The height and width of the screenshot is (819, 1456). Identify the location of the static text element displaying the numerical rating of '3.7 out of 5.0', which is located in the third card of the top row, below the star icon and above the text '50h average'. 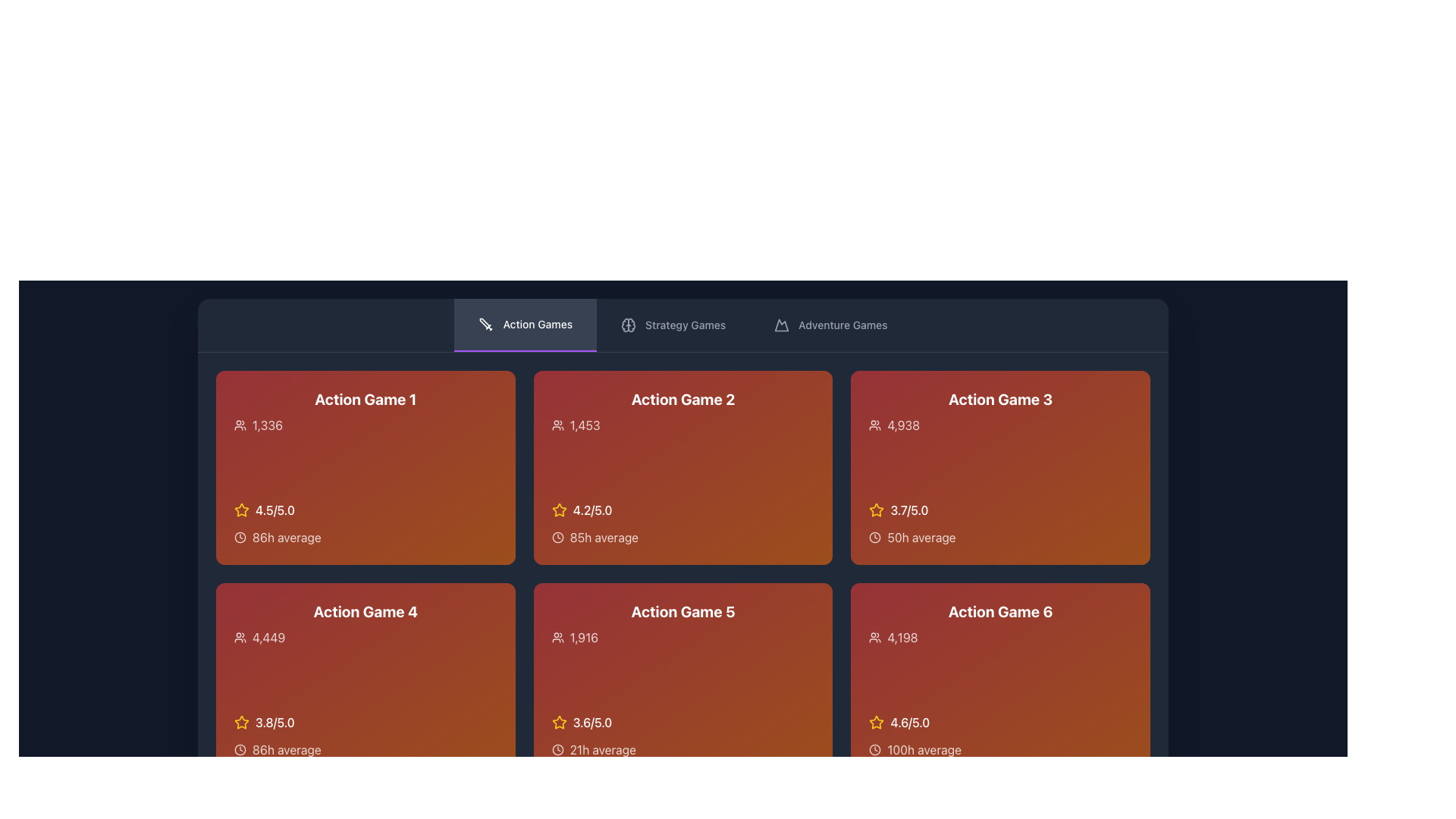
(909, 510).